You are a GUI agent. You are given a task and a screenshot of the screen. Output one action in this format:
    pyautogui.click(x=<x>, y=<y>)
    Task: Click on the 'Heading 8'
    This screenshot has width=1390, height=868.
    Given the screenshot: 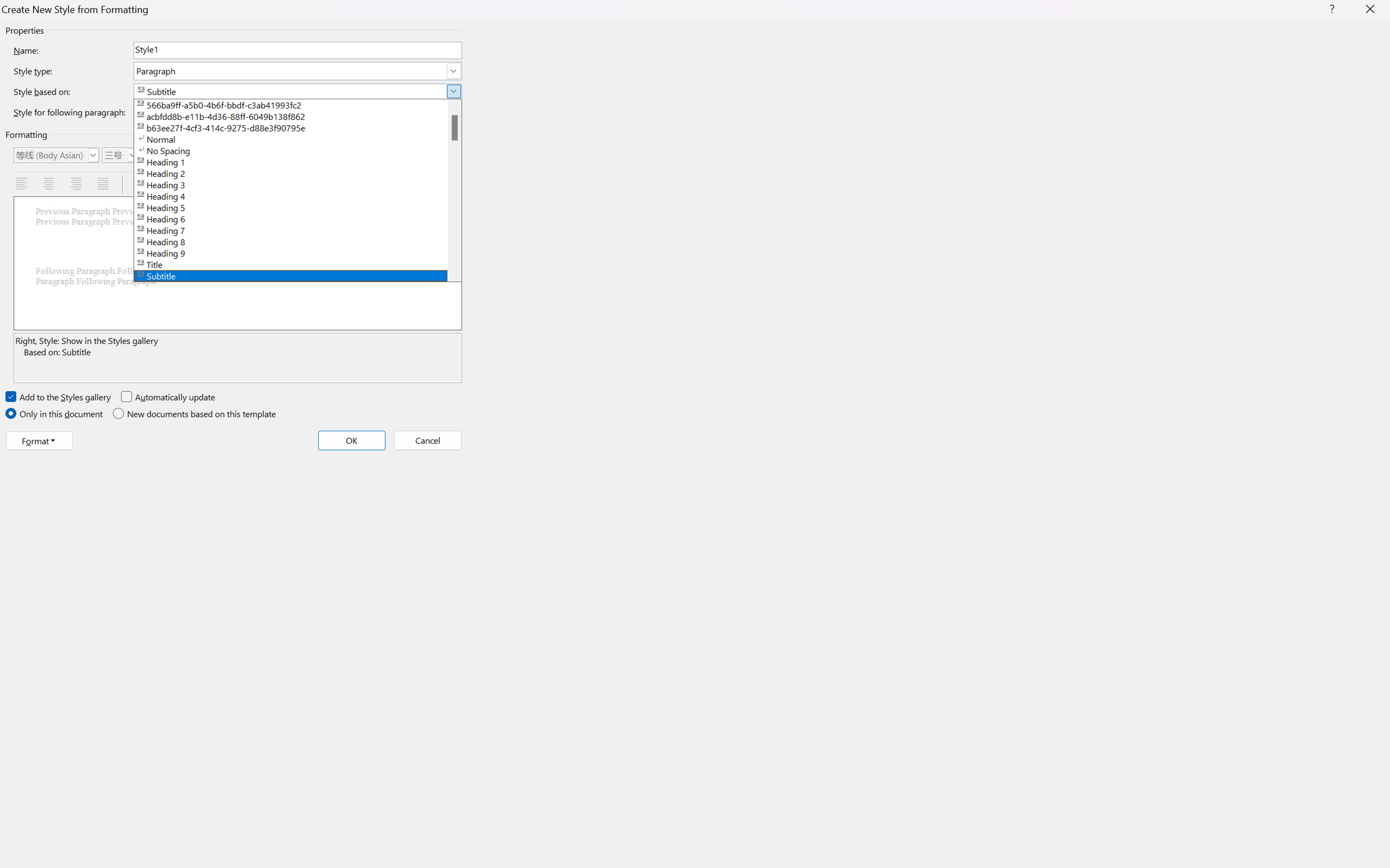 What is the action you would take?
    pyautogui.click(x=296, y=241)
    